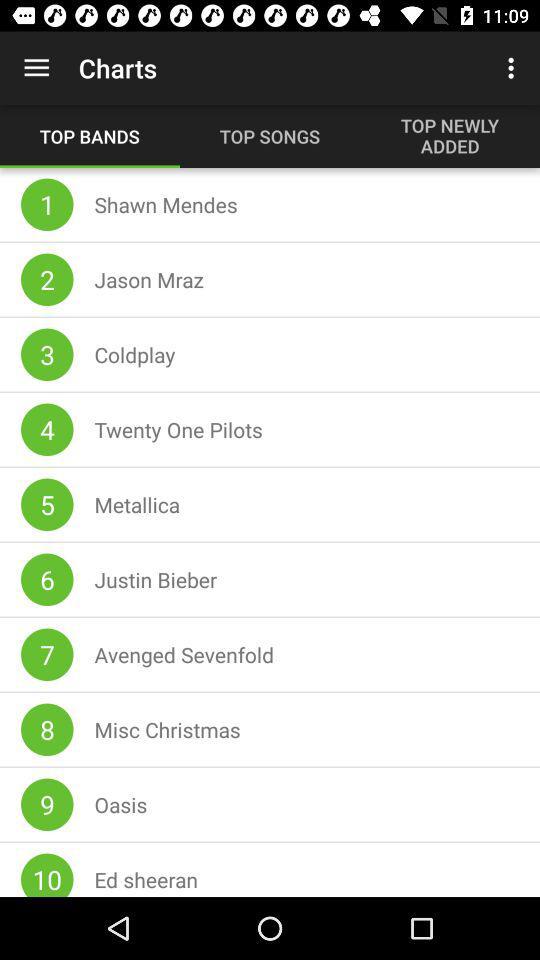 This screenshot has height=960, width=540. I want to click on the icon below the avenged sevenfold icon, so click(166, 728).